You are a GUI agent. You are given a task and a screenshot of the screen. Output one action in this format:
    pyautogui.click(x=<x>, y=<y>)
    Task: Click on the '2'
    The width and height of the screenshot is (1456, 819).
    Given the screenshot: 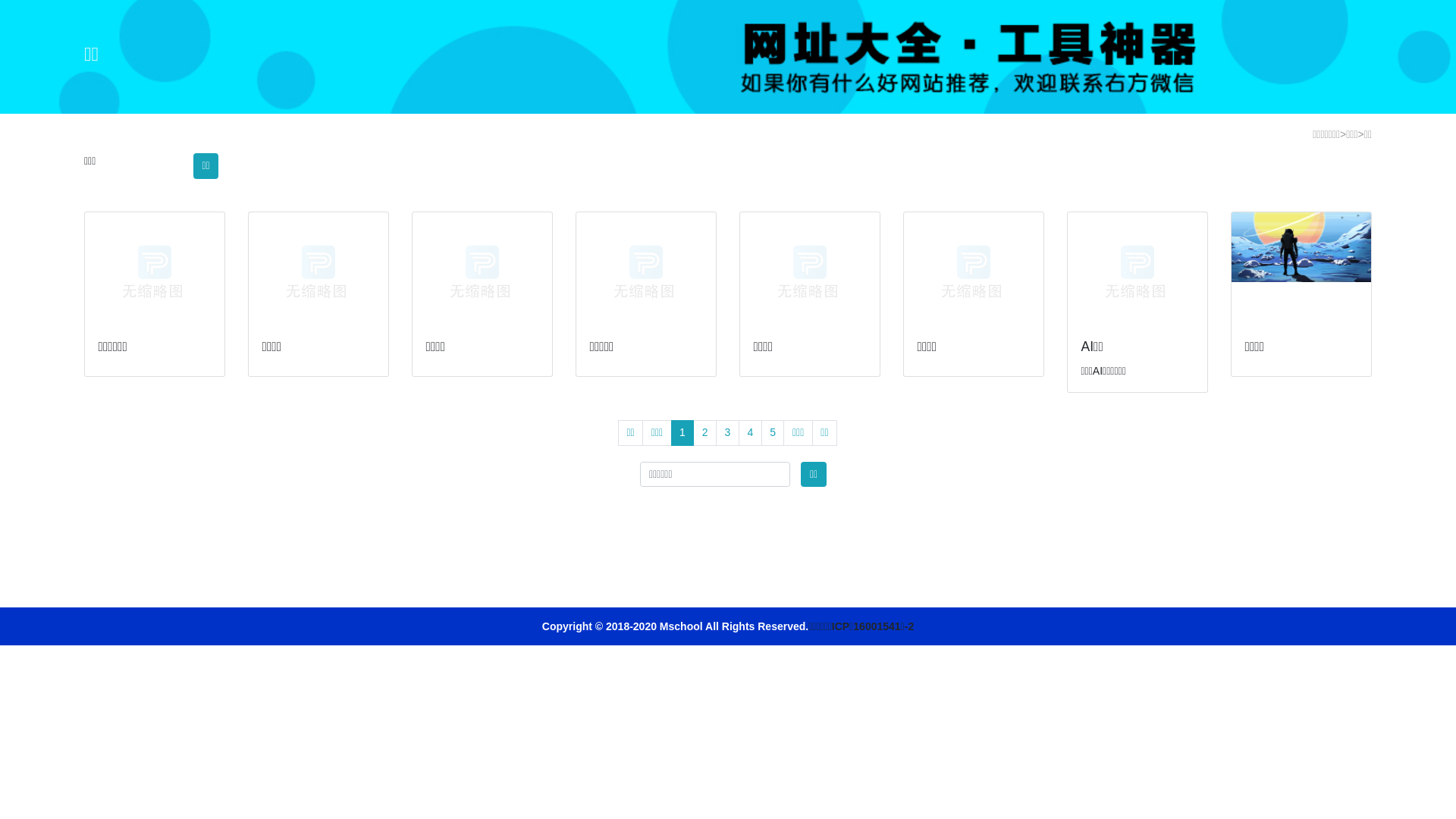 What is the action you would take?
    pyautogui.click(x=692, y=432)
    